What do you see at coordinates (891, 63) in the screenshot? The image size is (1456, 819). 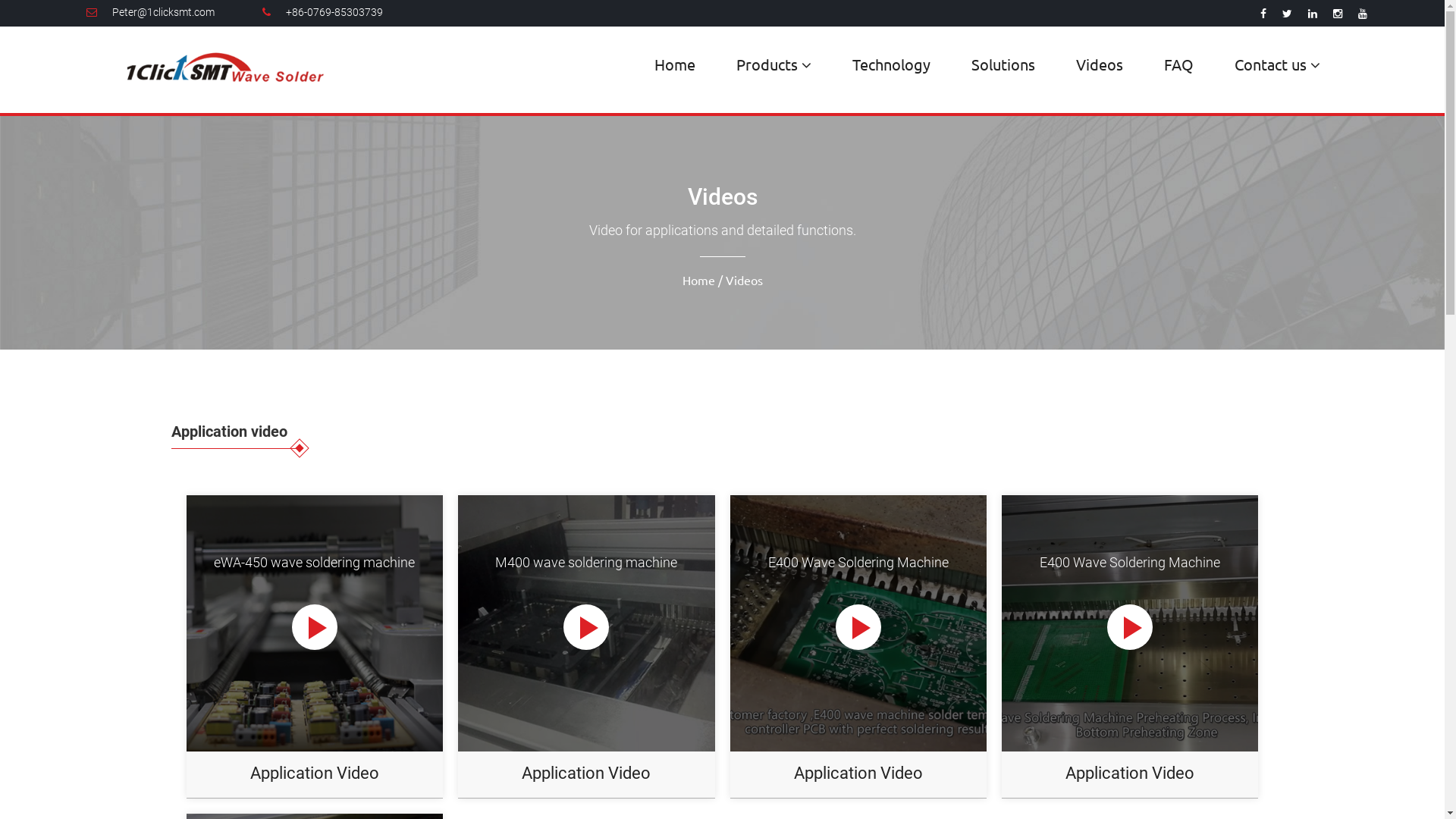 I see `'Technology'` at bounding box center [891, 63].